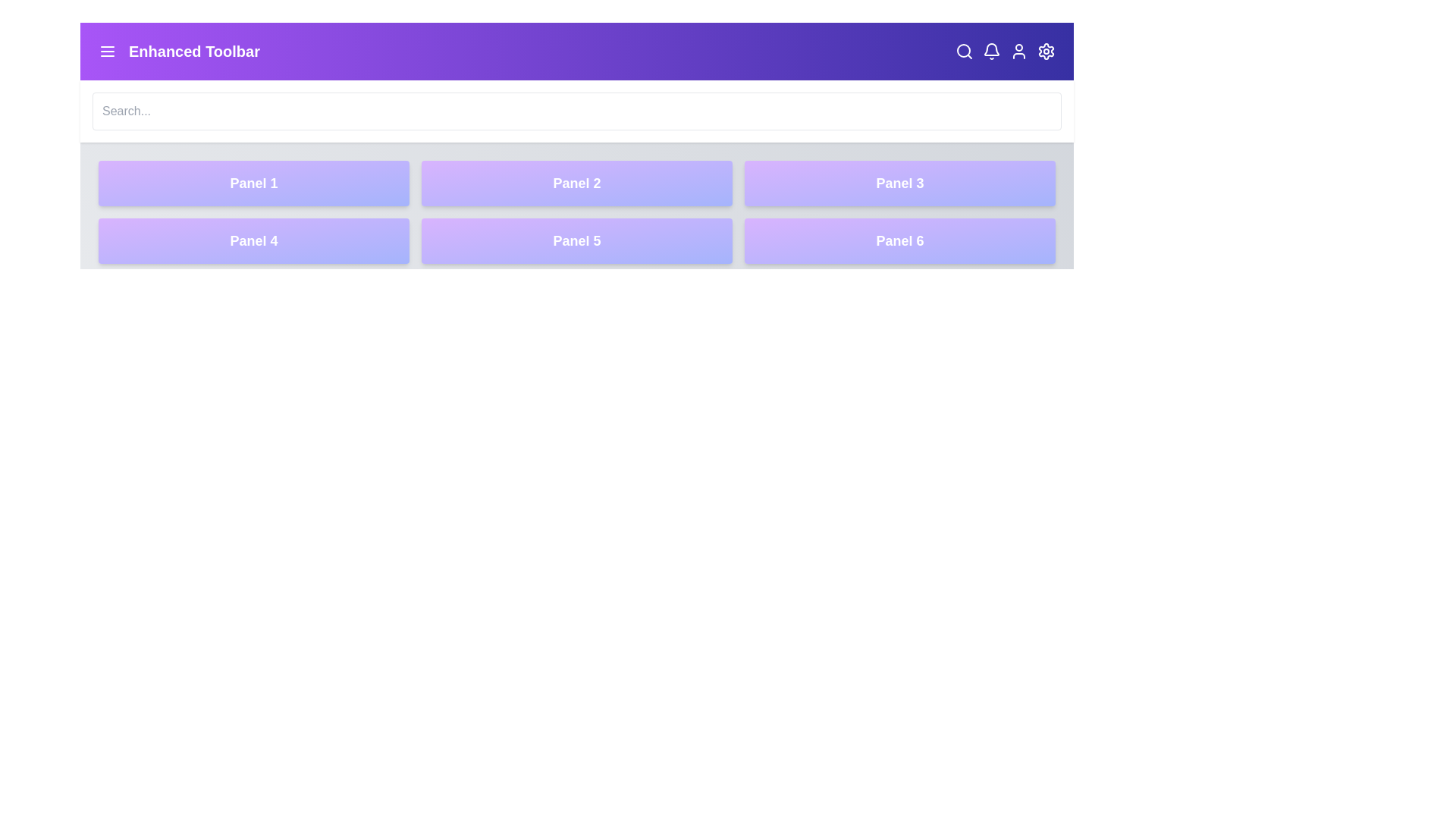 This screenshot has width=1456, height=819. I want to click on the search icon to toggle the visibility of the search bar, so click(964, 51).